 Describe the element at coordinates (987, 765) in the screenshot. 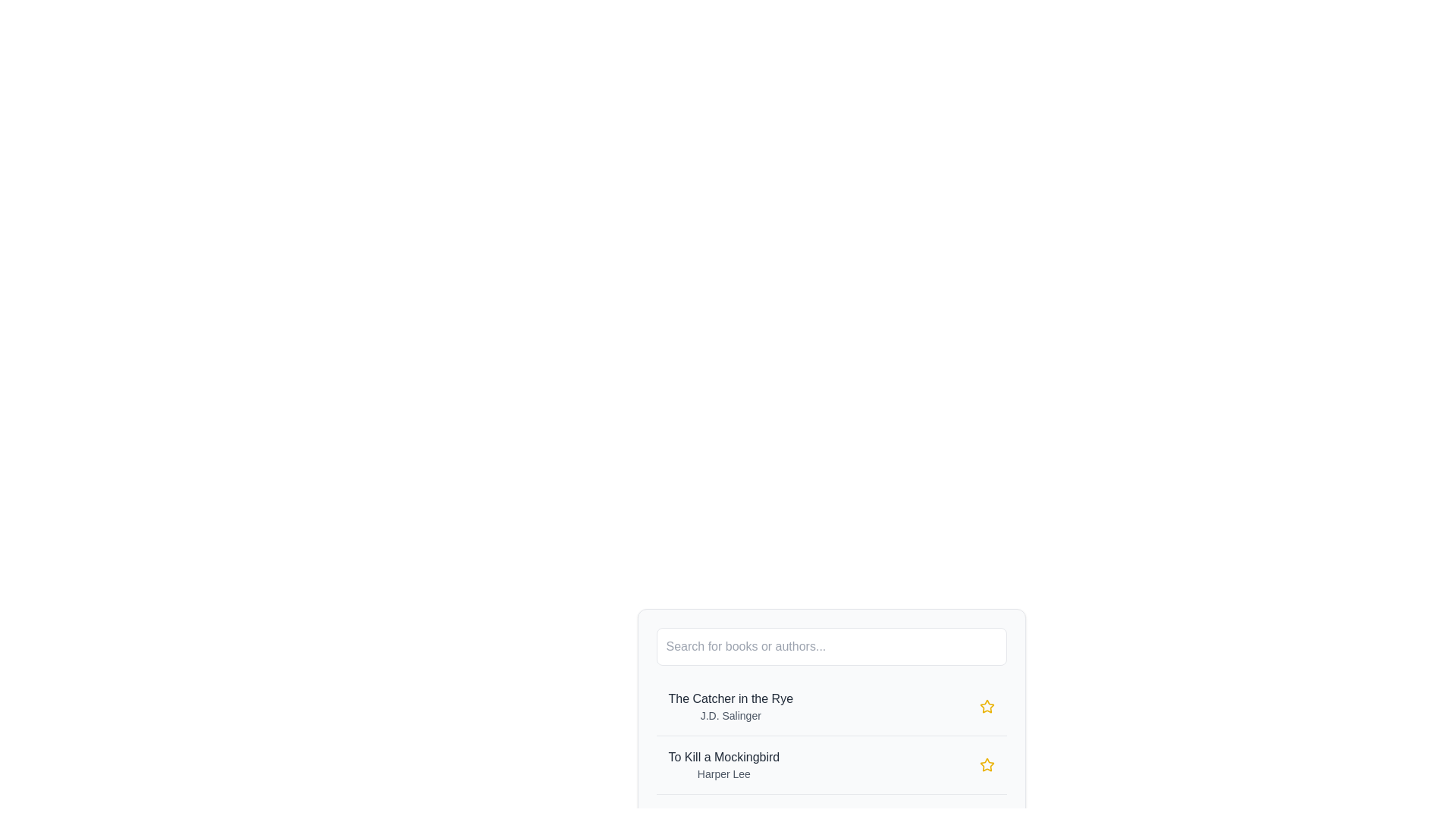

I see `the star icon located in the second row, right next to 'Harper Lee', to rate or mark the book as a favorite` at that location.